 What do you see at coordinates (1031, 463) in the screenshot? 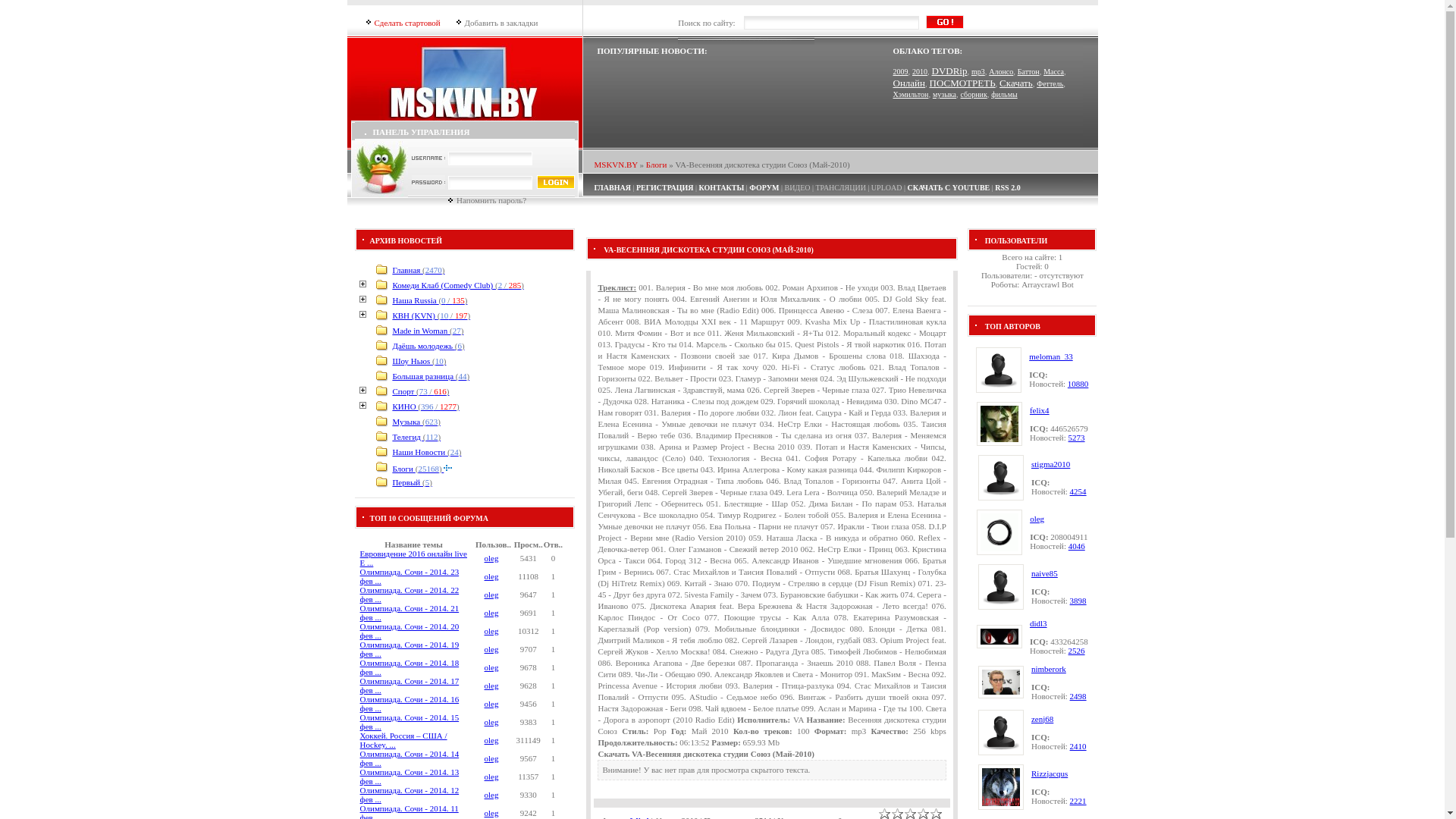
I see `'stigma2010'` at bounding box center [1031, 463].